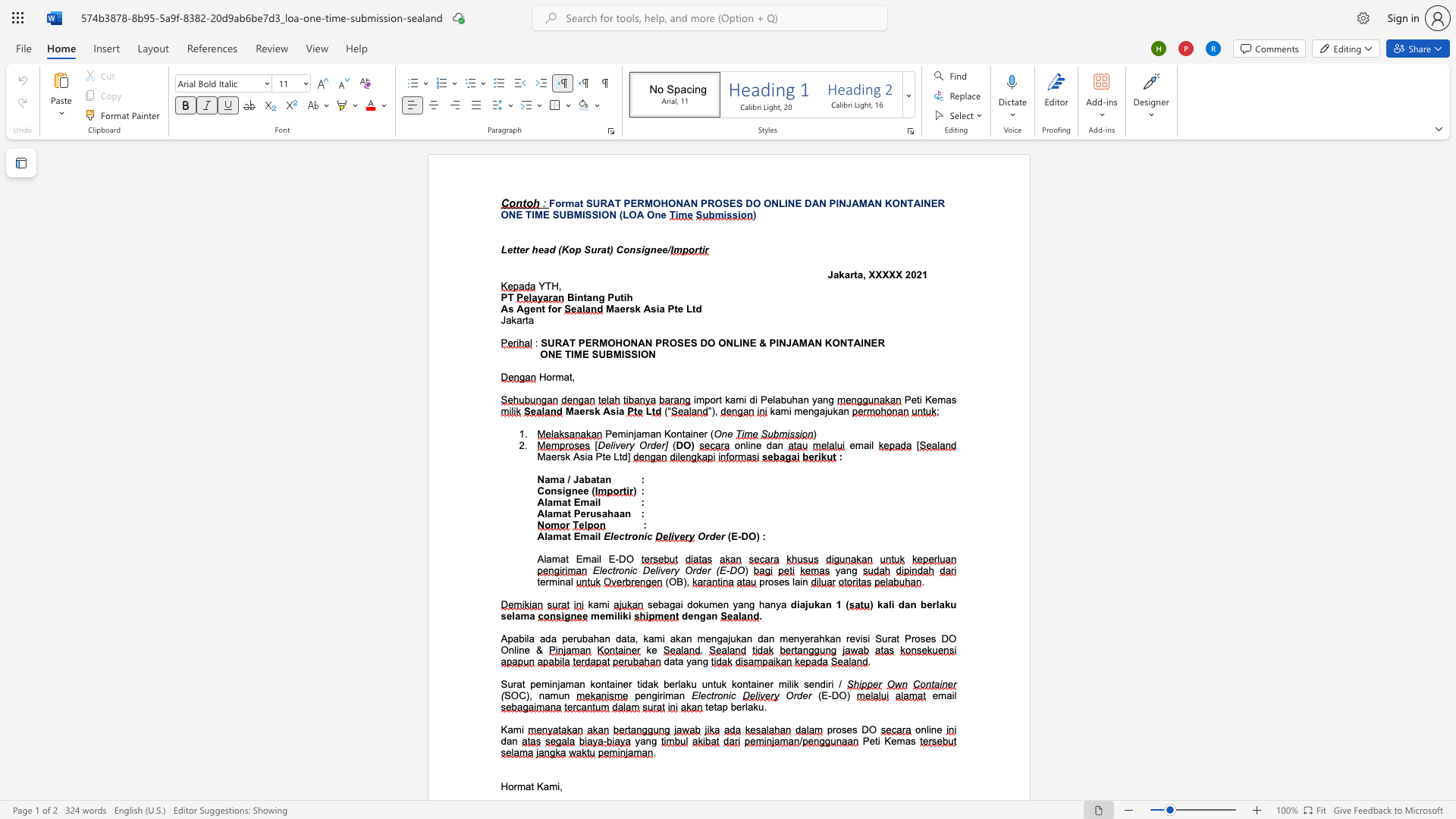 The height and width of the screenshot is (819, 1456). I want to click on the subset text "e (" within the text "Consignee (", so click(582, 491).